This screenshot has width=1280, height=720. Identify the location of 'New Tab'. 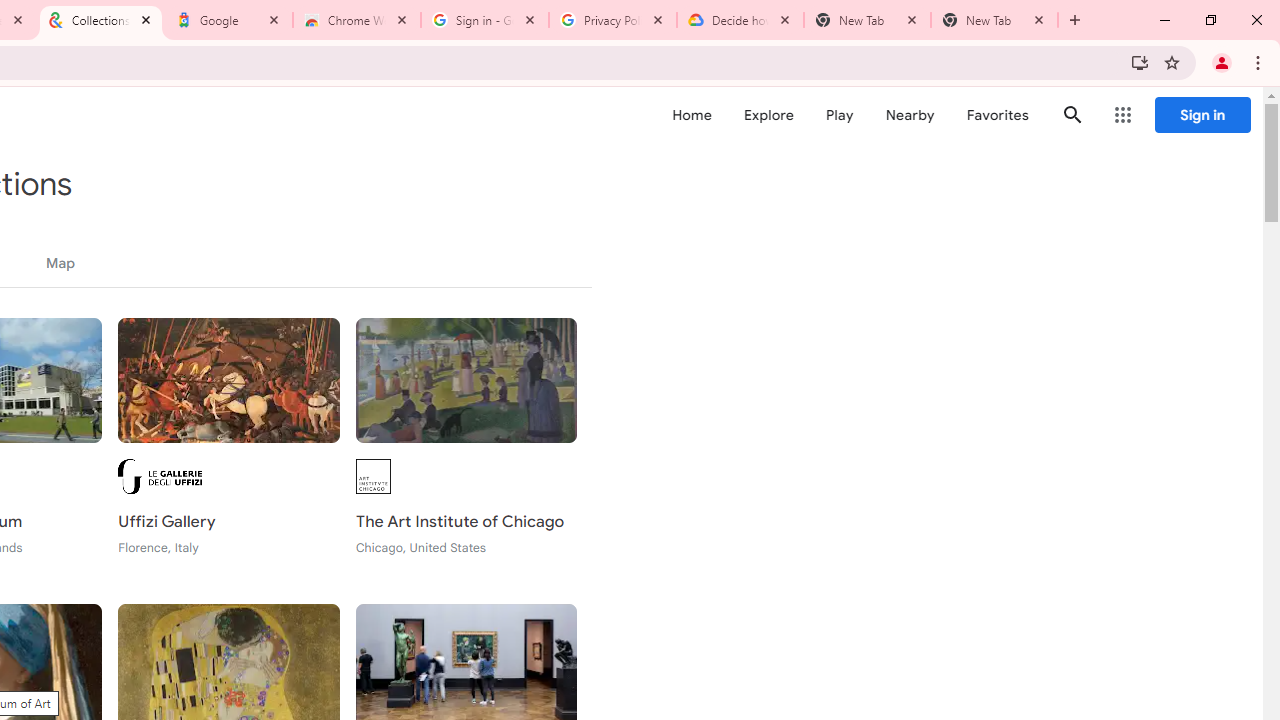
(994, 20).